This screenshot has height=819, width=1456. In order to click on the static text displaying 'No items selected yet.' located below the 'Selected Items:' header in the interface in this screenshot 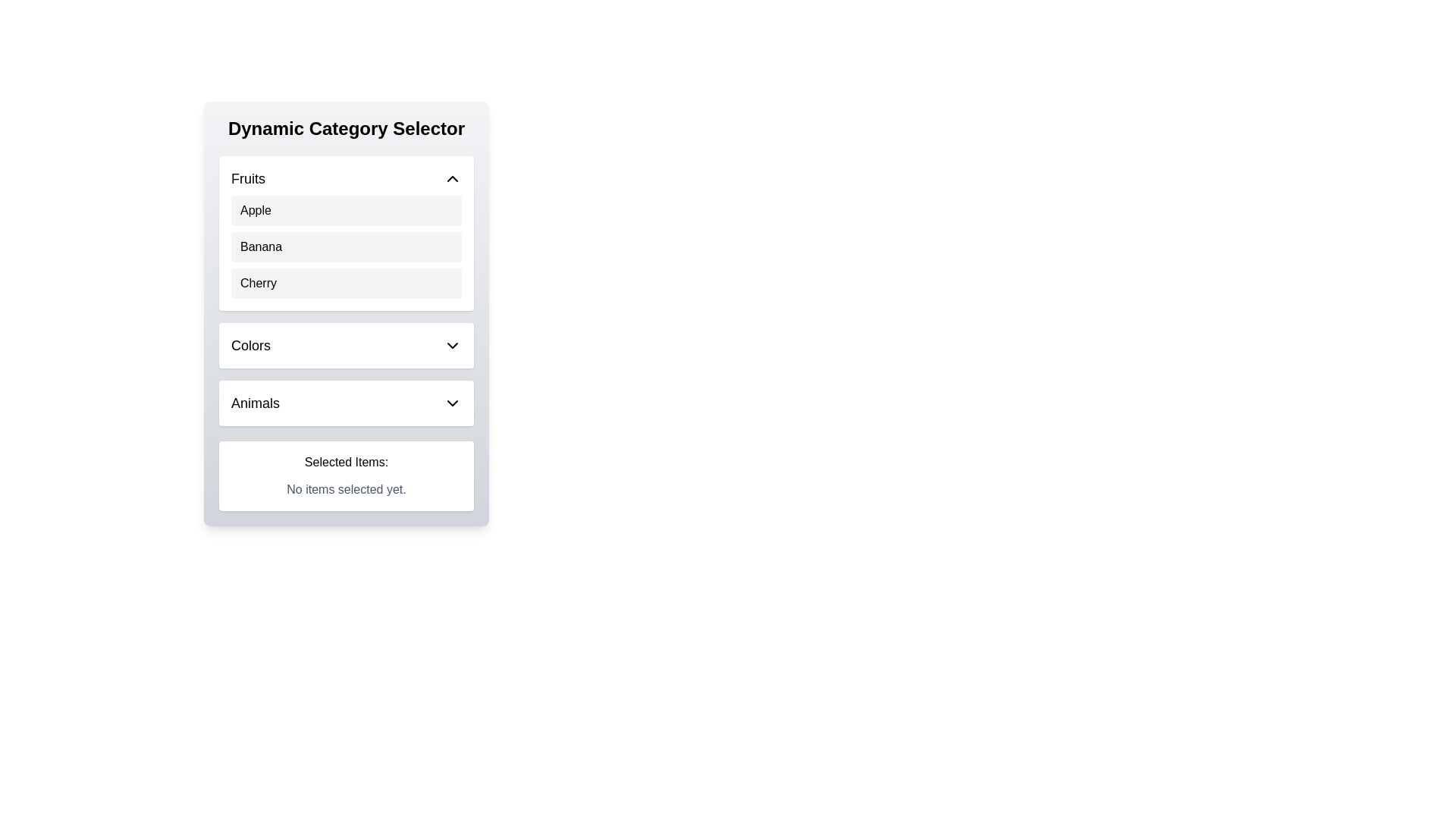, I will do `click(345, 489)`.